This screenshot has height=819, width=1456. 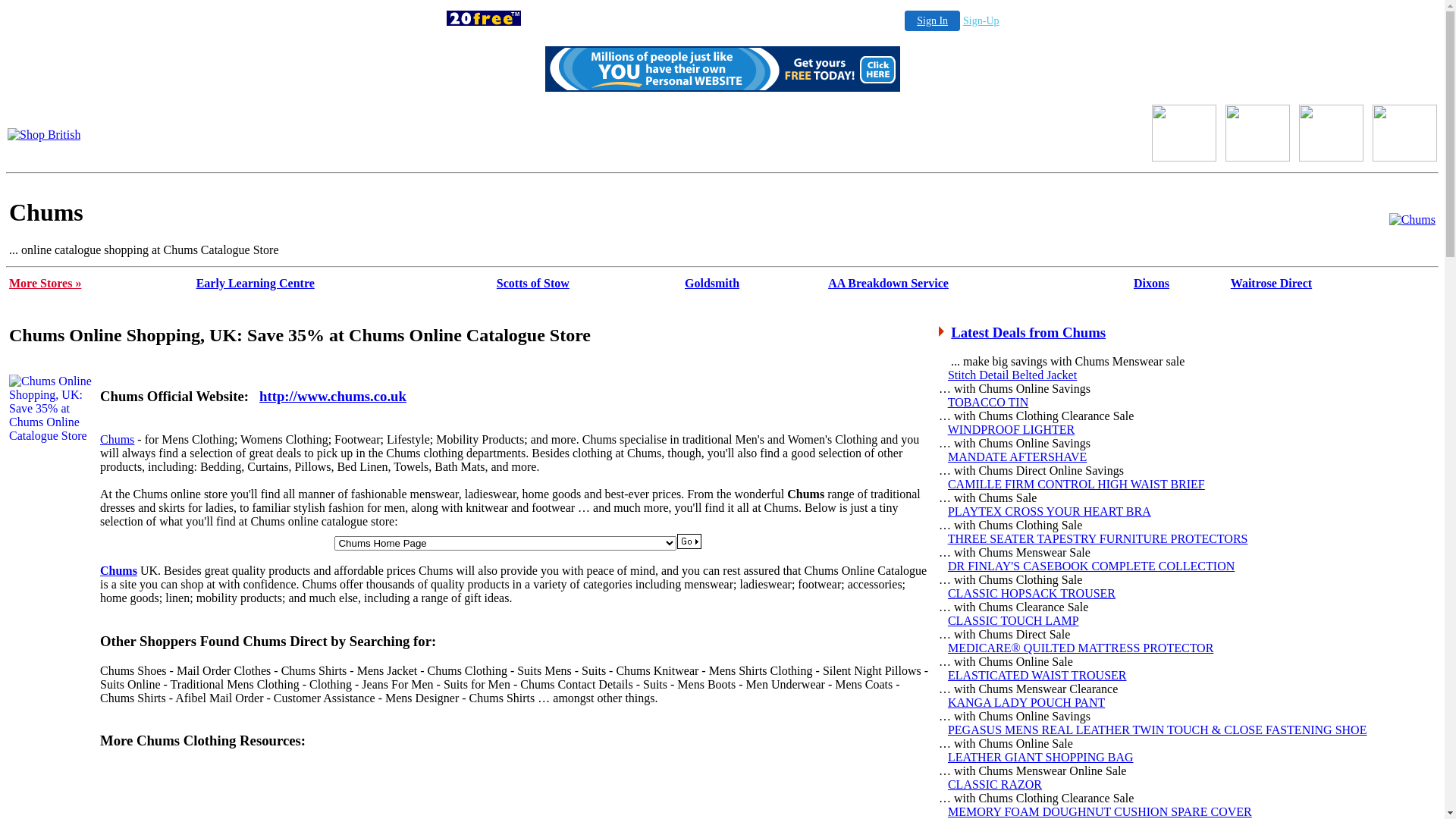 What do you see at coordinates (255, 283) in the screenshot?
I see `'Early Learning Centre'` at bounding box center [255, 283].